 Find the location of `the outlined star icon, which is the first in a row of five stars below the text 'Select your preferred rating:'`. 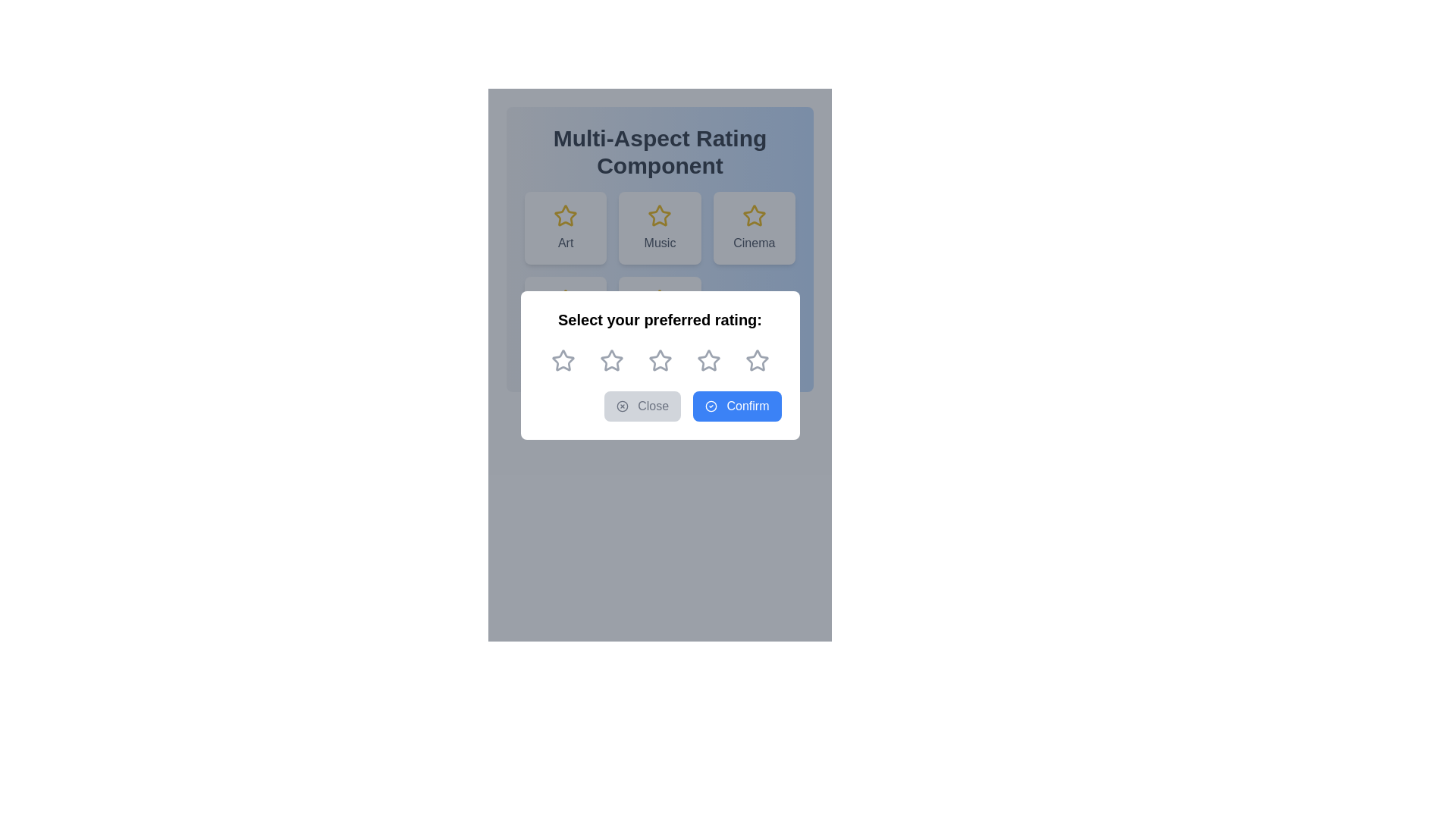

the outlined star icon, which is the first in a row of five stars below the text 'Select your preferred rating:' is located at coordinates (562, 360).